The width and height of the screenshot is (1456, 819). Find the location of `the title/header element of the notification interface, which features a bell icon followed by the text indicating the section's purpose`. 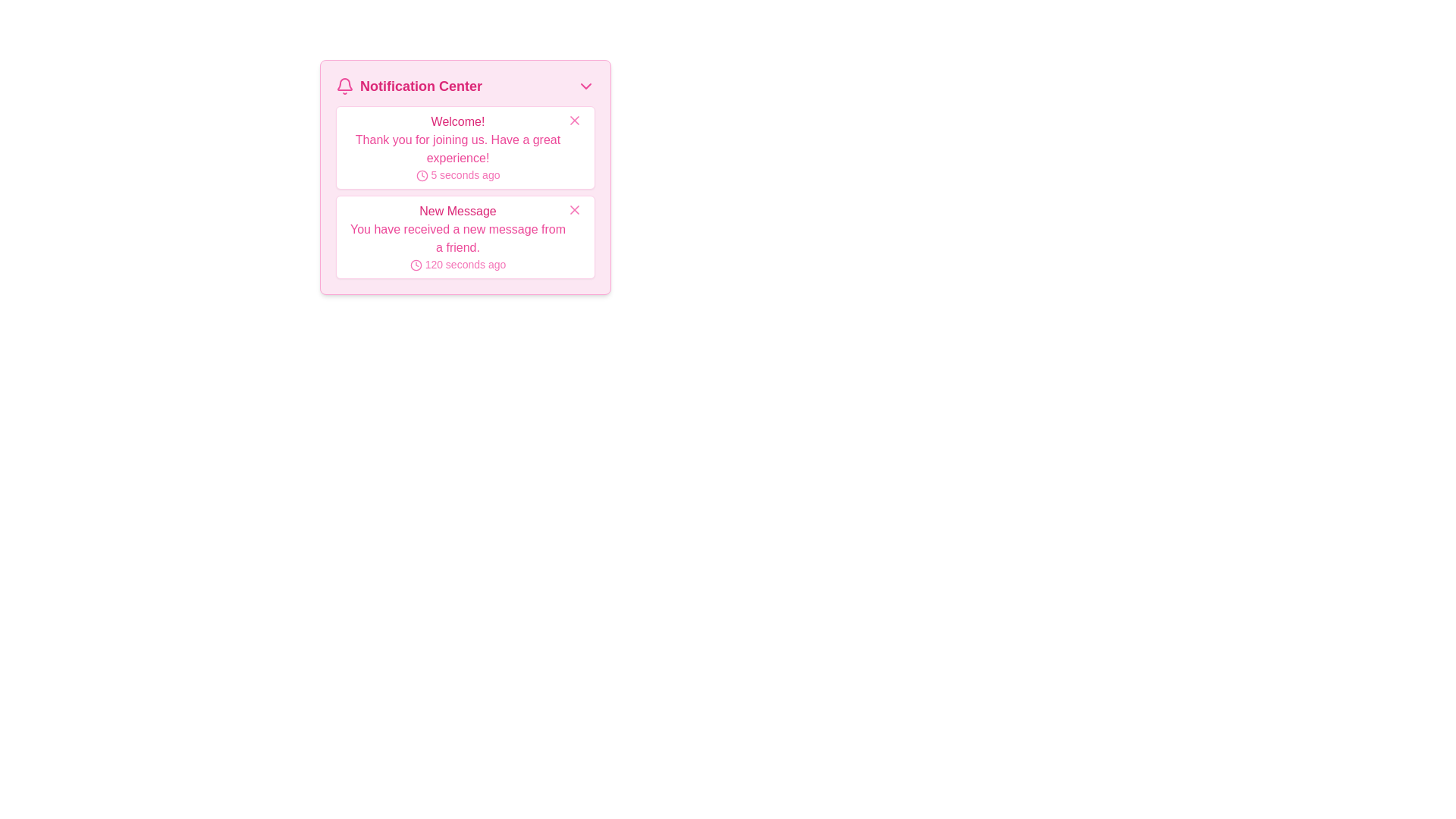

the title/header element of the notification interface, which features a bell icon followed by the text indicating the section's purpose is located at coordinates (409, 86).